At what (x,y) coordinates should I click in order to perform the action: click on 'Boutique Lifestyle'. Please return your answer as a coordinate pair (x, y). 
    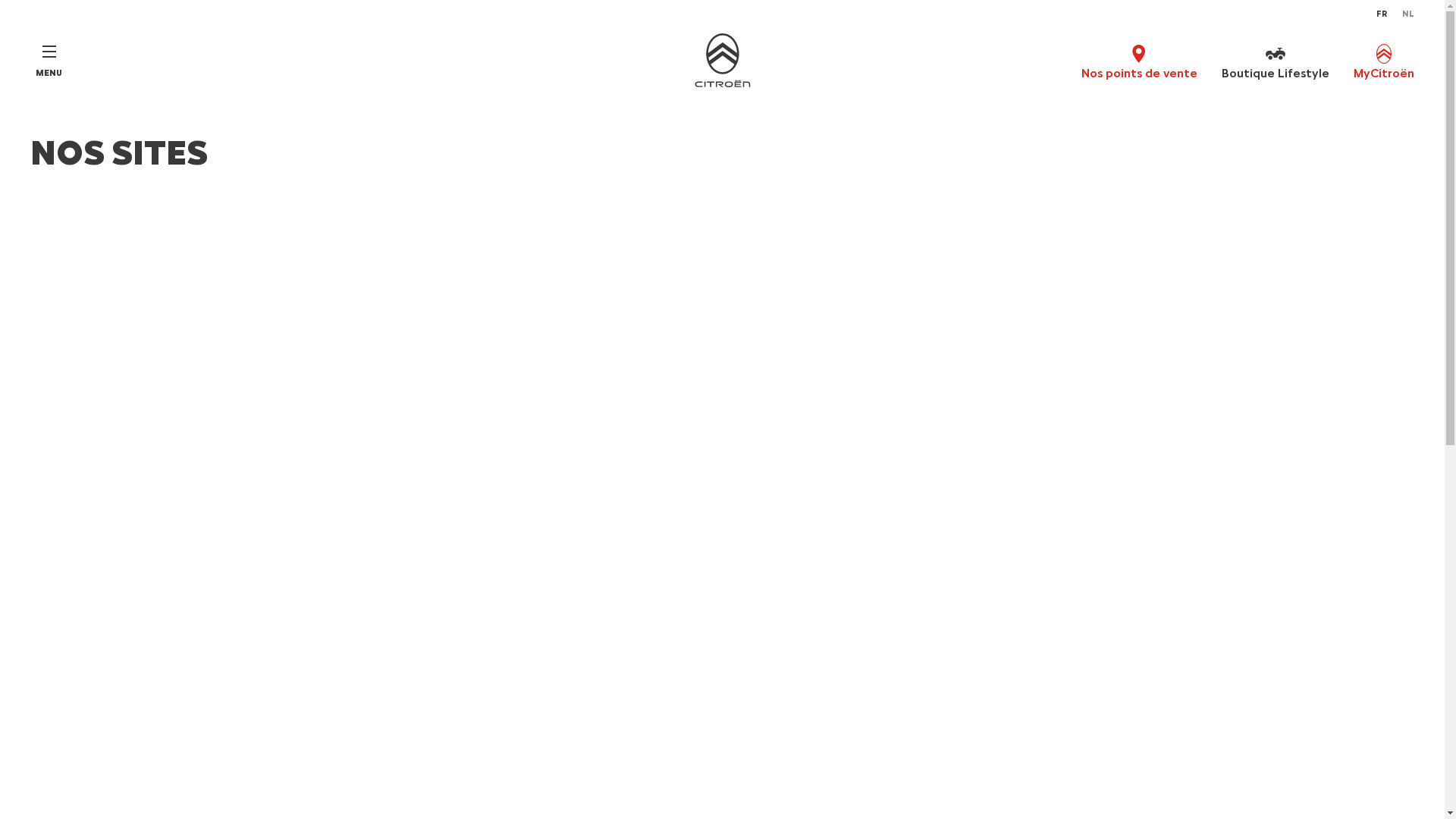
    Looking at the image, I should click on (1274, 61).